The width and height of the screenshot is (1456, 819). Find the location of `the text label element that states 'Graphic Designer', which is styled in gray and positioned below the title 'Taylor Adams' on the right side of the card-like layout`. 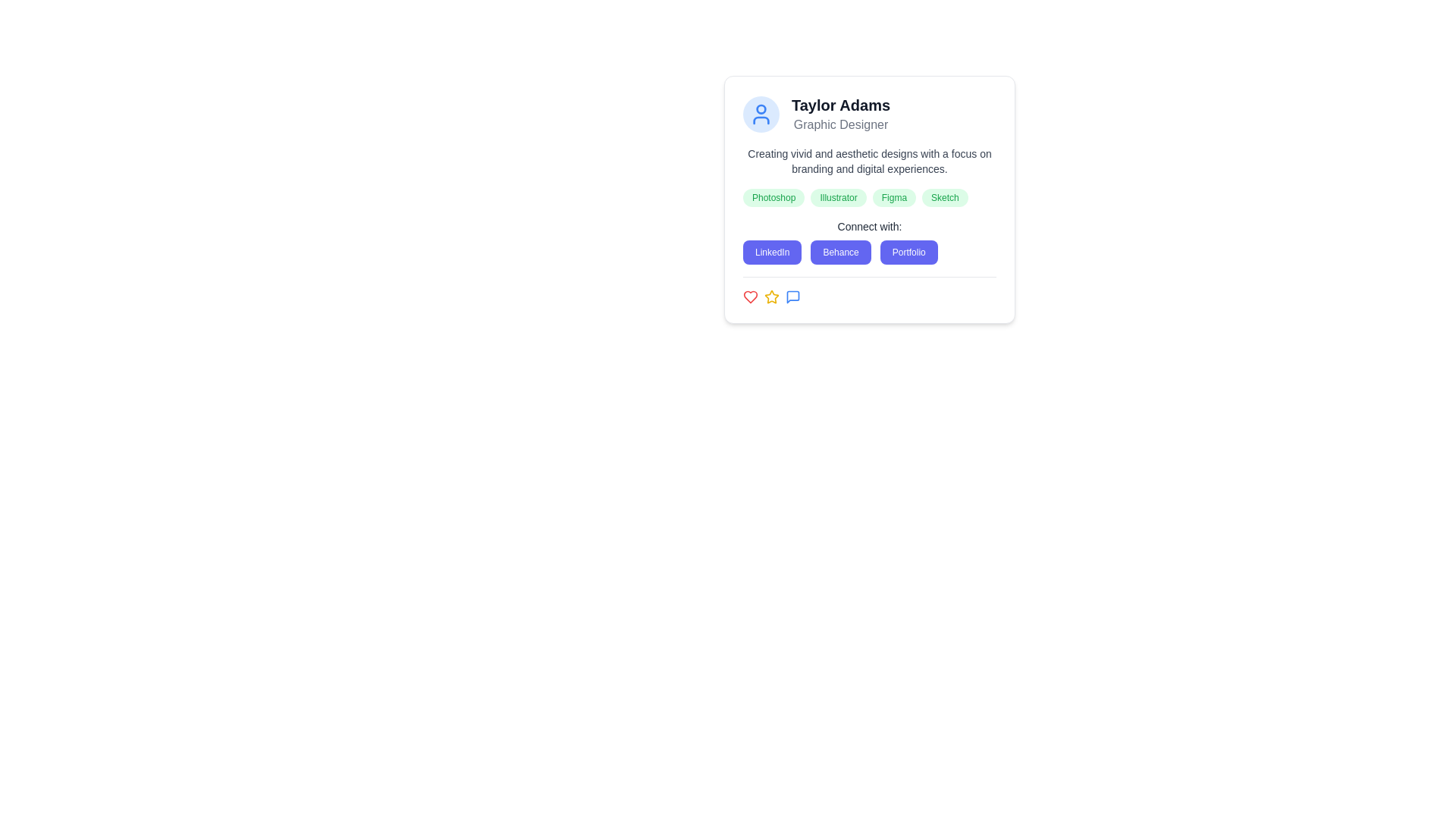

the text label element that states 'Graphic Designer', which is styled in gray and positioned below the title 'Taylor Adams' on the right side of the card-like layout is located at coordinates (839, 124).